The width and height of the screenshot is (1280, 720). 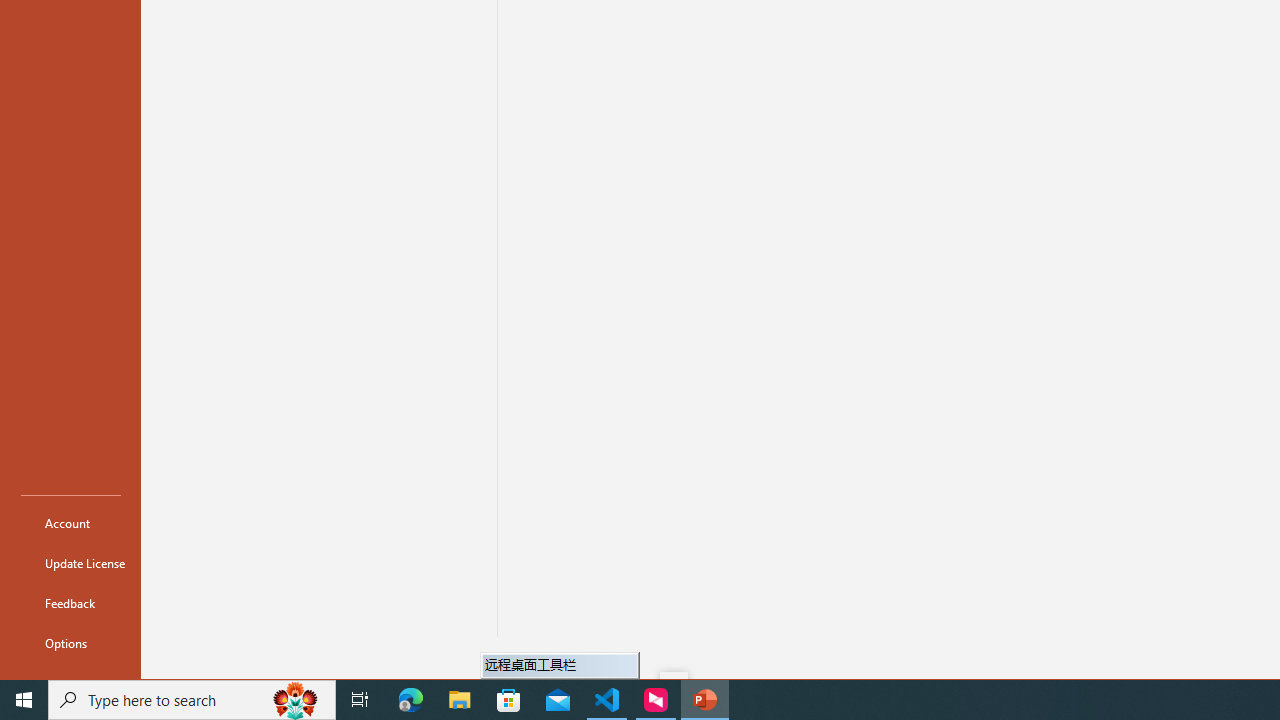 I want to click on 'Search highlights icon opens search home window', so click(x=294, y=698).